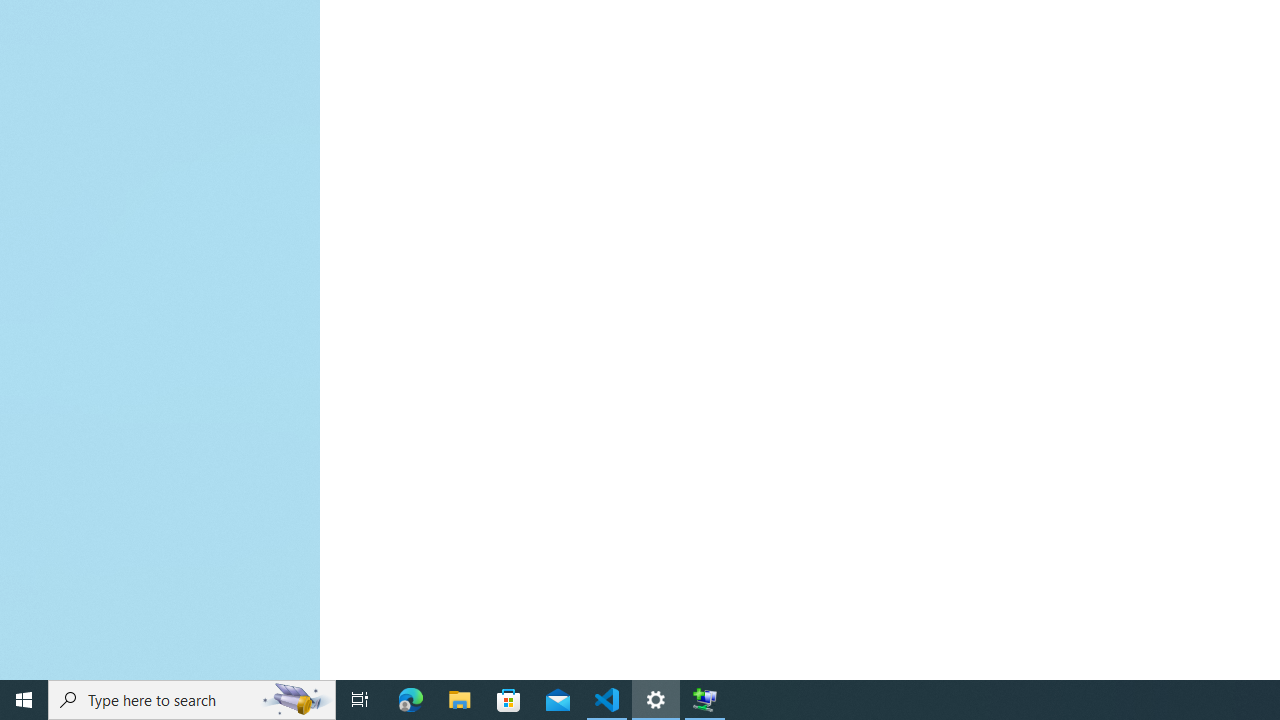 This screenshot has width=1280, height=720. Describe the element at coordinates (705, 698) in the screenshot. I see `'Extensible Wizards Host Process - 1 running window'` at that location.